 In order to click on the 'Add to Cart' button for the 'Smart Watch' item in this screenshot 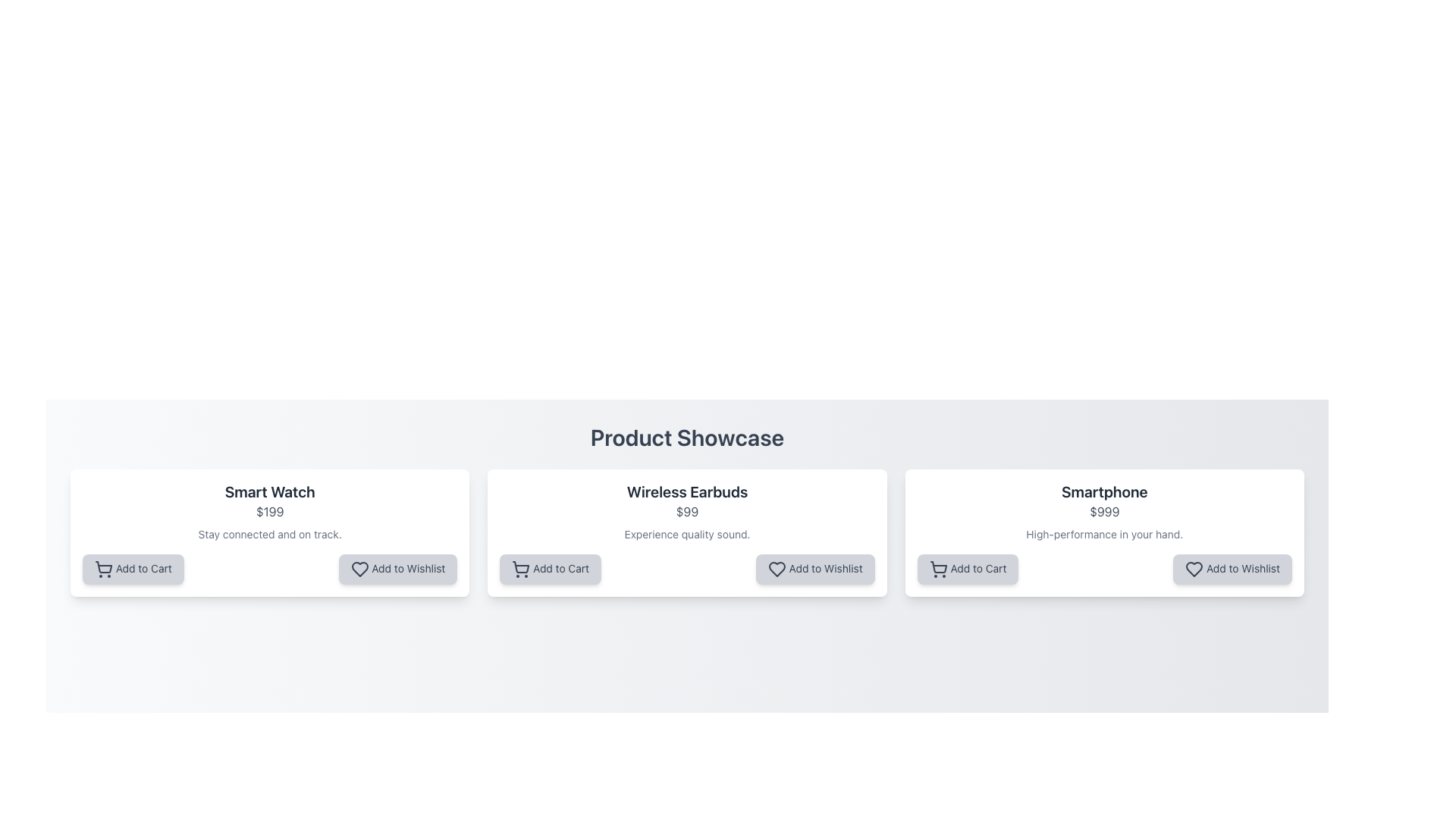, I will do `click(133, 570)`.